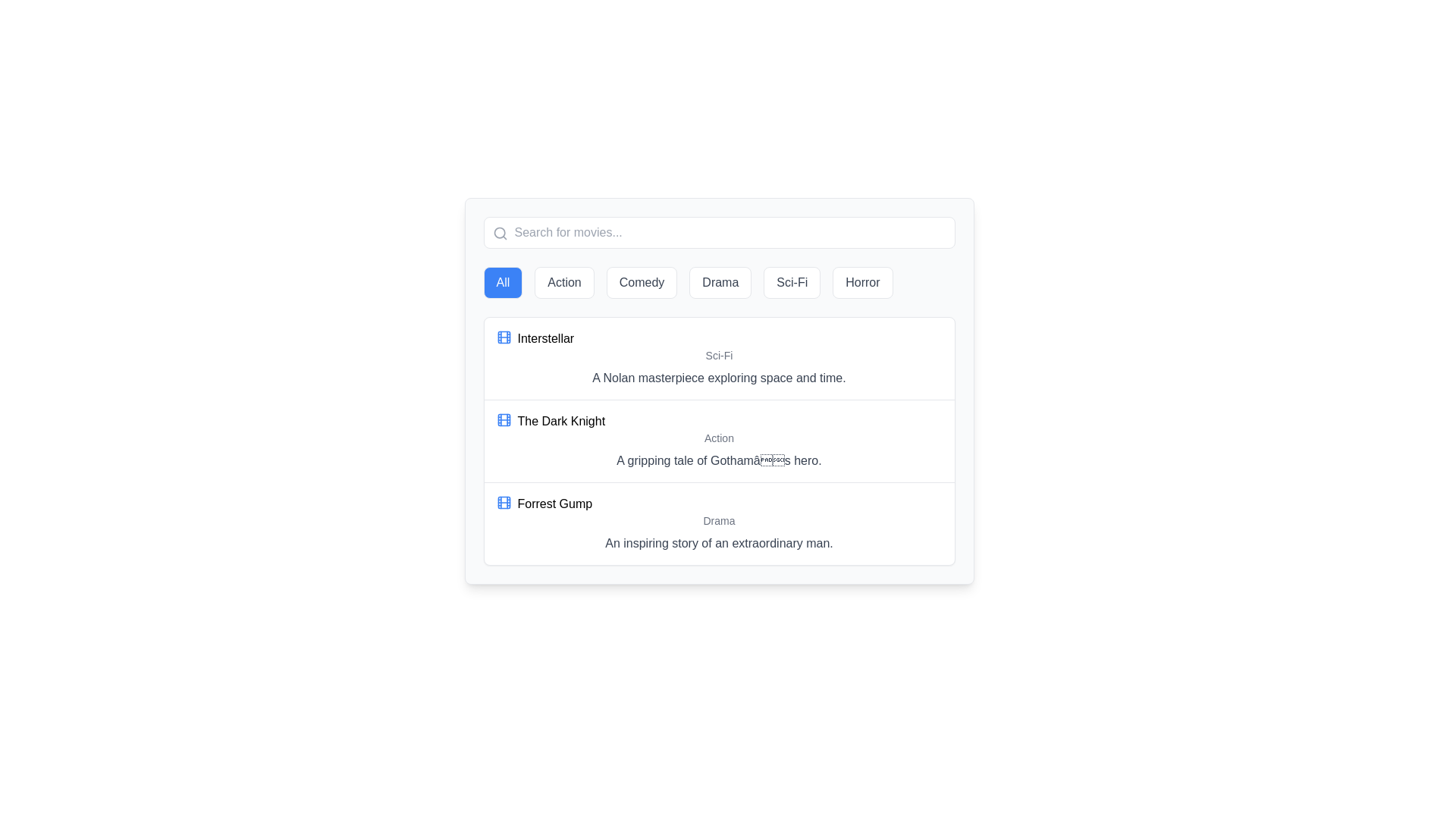 This screenshot has width=1456, height=819. What do you see at coordinates (718, 356) in the screenshot?
I see `the 'Sci-Fi' text label, which is a small light gray font displayed centrally under the 'Interstellar' movie title` at bounding box center [718, 356].